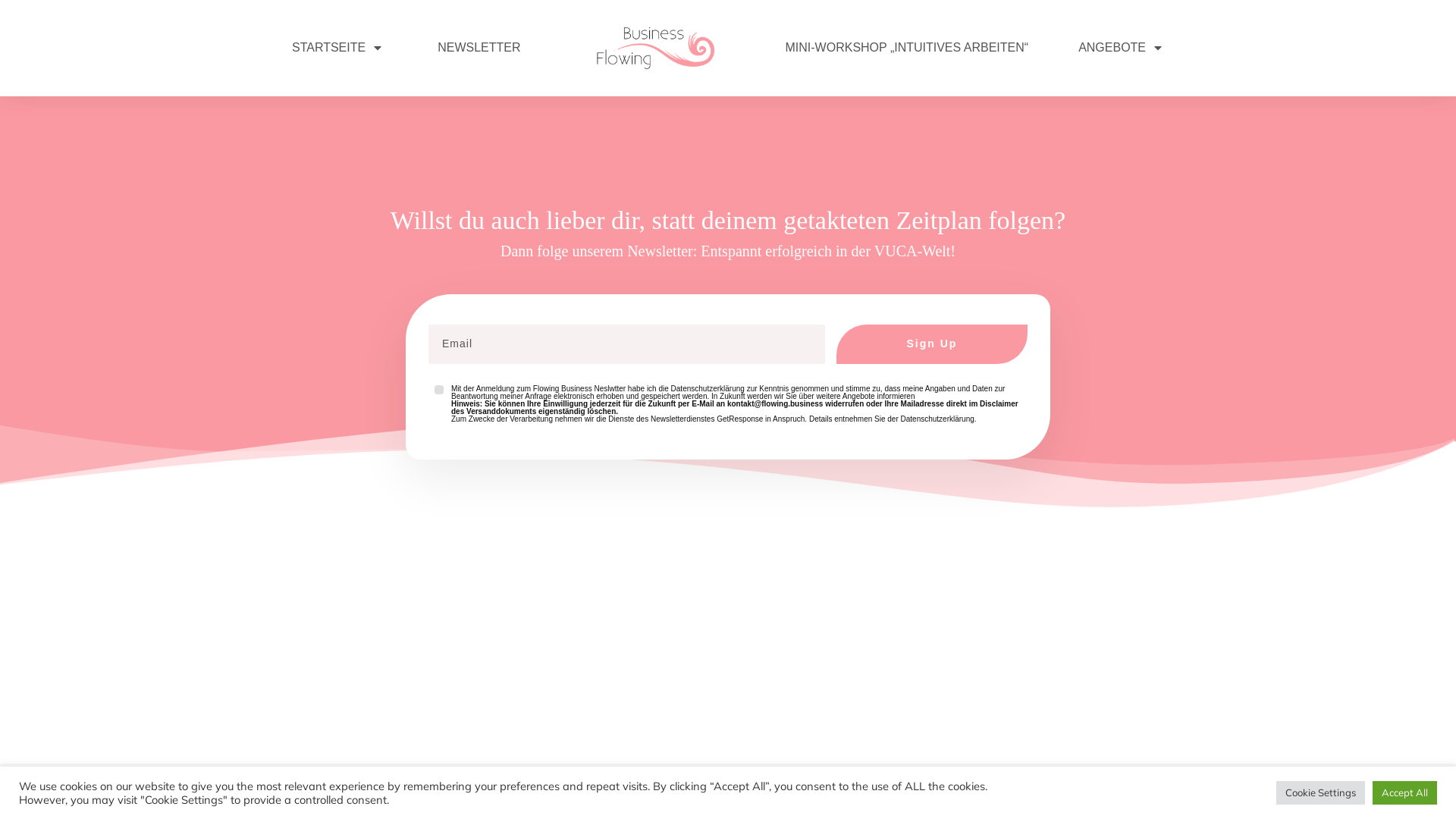 The width and height of the screenshot is (1456, 819). What do you see at coordinates (930, 344) in the screenshot?
I see `'Sign Up'` at bounding box center [930, 344].